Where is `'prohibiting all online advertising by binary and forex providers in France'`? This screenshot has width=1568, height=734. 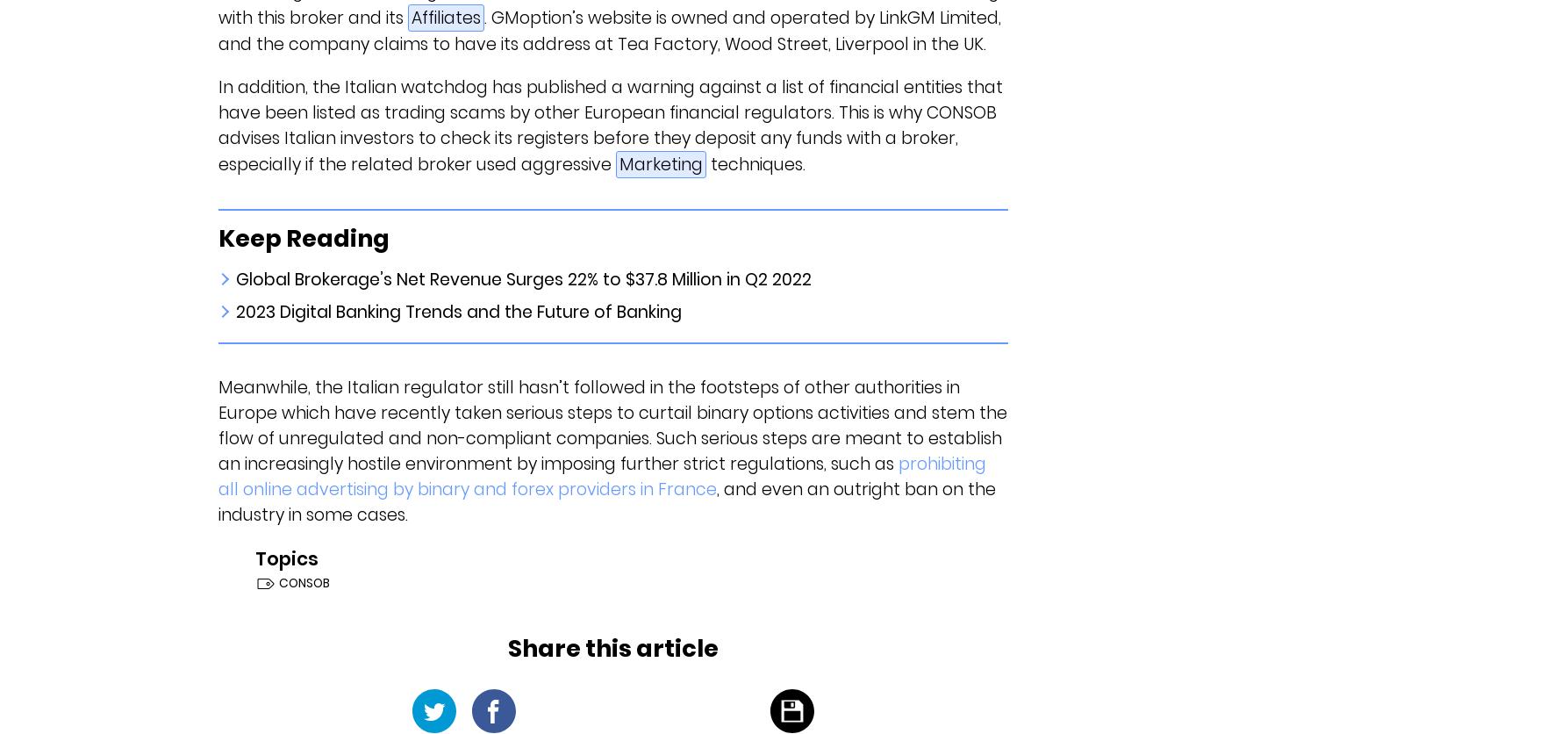 'prohibiting all online advertising by binary and forex providers in France' is located at coordinates (600, 475).